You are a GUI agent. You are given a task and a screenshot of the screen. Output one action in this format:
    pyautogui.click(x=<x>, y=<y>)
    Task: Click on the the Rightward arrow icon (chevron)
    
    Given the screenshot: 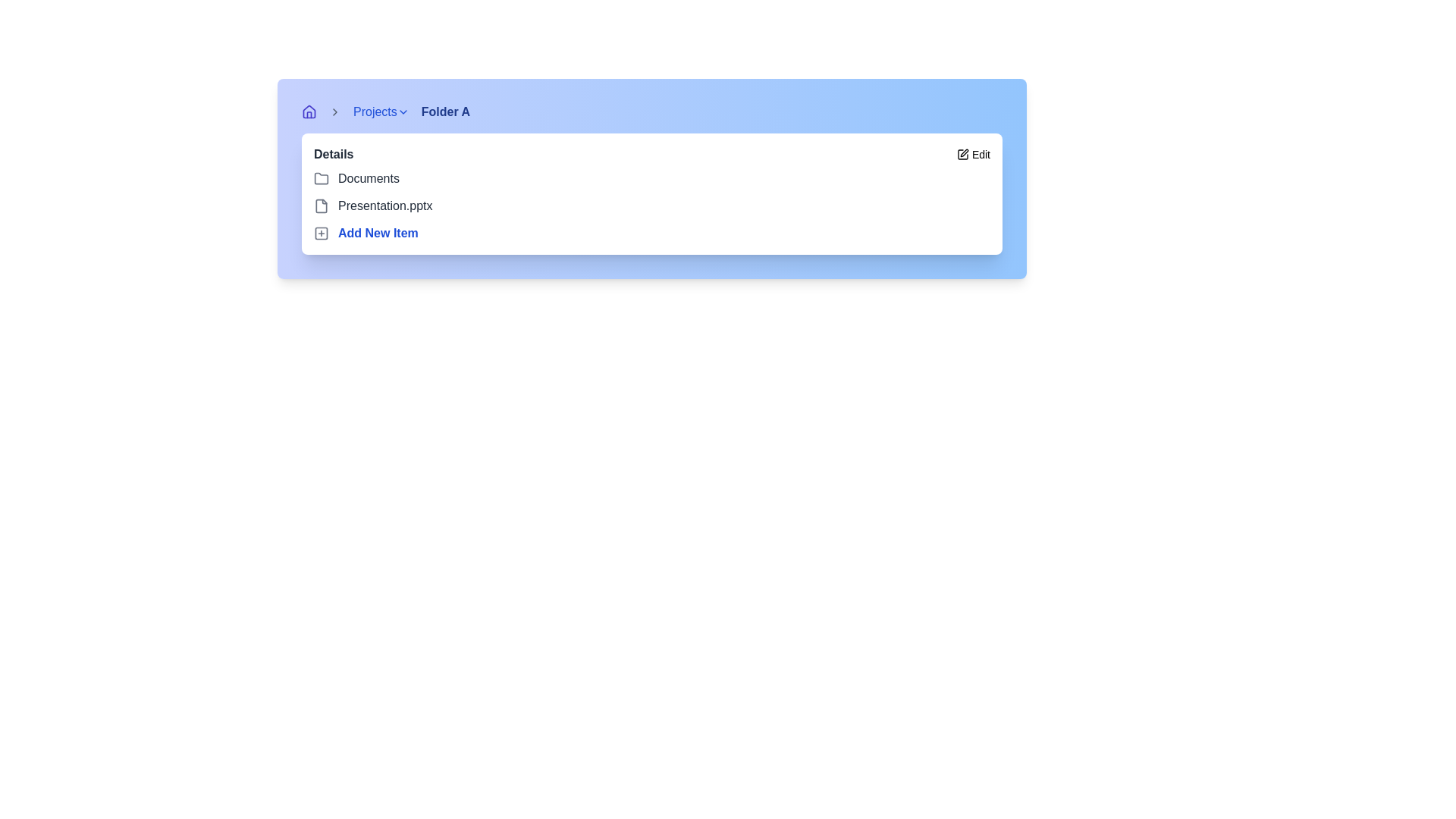 What is the action you would take?
    pyautogui.click(x=403, y=111)
    